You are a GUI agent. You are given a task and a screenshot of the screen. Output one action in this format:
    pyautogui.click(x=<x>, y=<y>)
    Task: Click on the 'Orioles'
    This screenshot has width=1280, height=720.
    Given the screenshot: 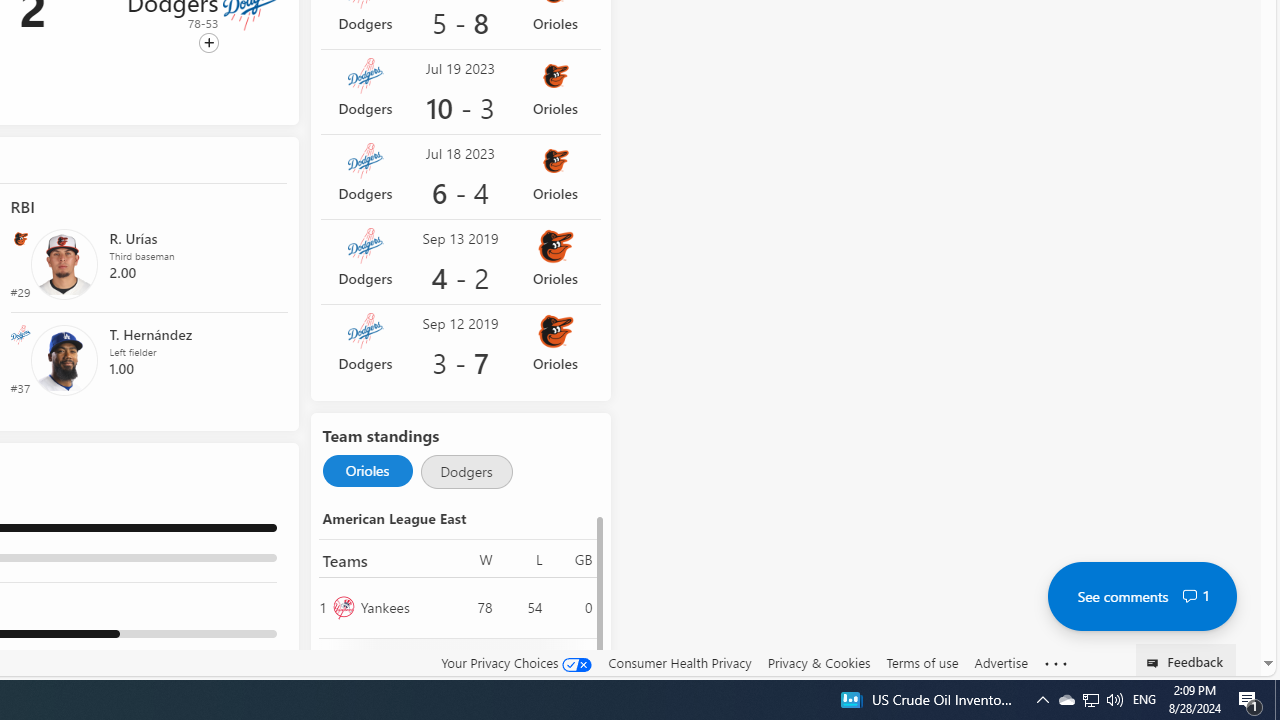 What is the action you would take?
    pyautogui.click(x=367, y=471)
    